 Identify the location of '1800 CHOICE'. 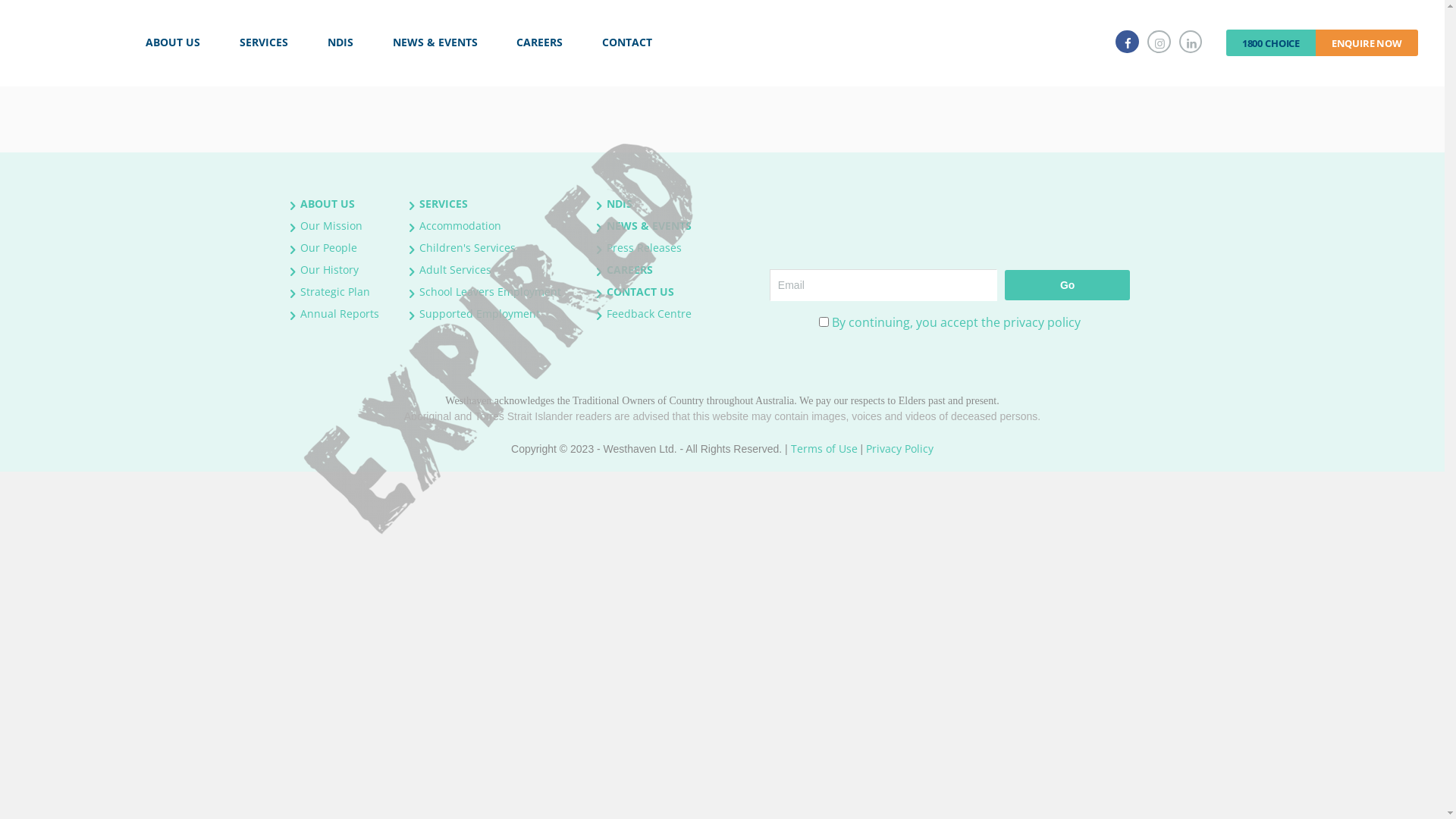
(1226, 42).